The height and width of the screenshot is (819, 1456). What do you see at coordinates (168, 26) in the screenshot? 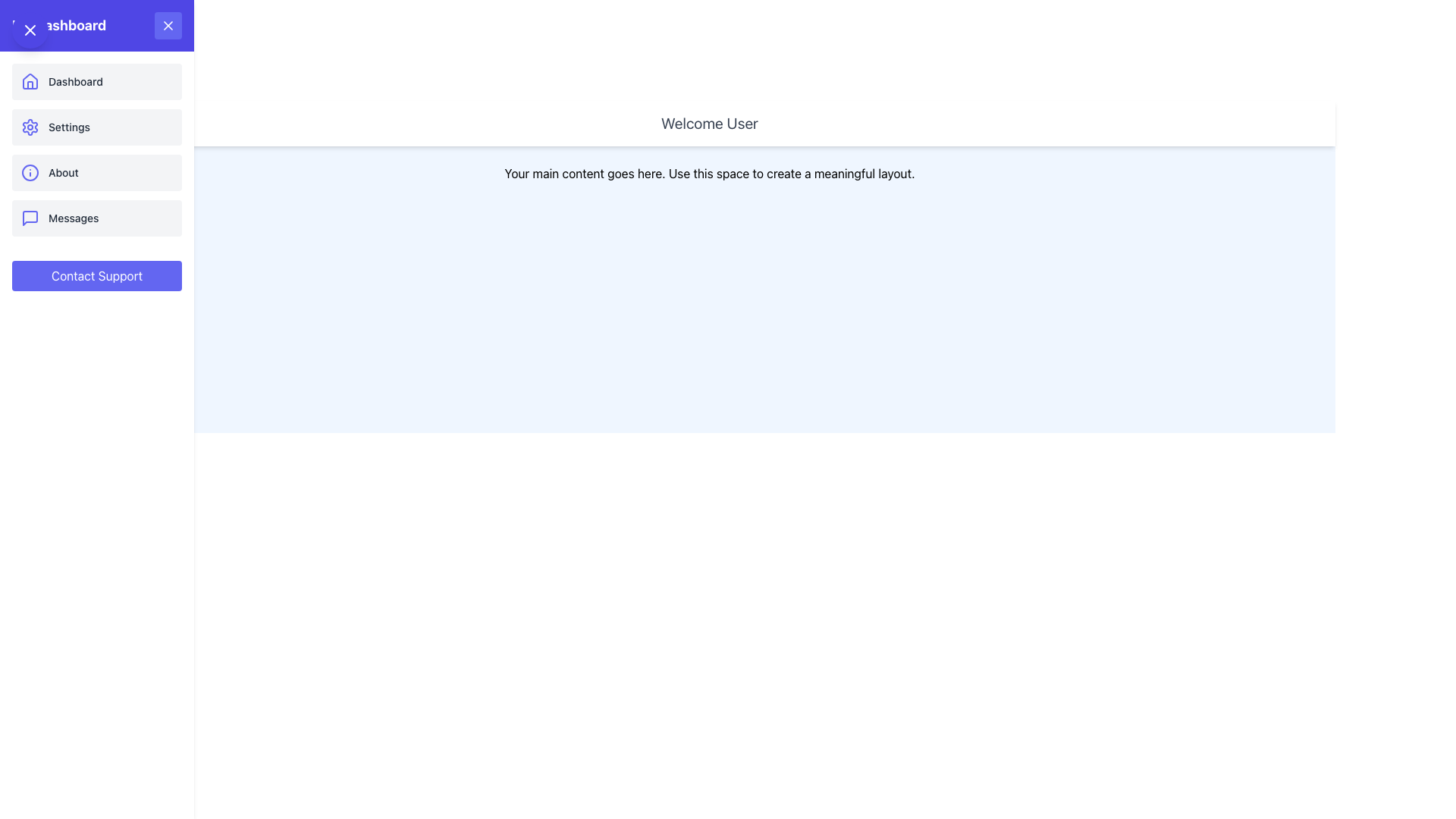
I see `the close button located in the top-right corner of the left sidebar, positioned to the right of the 'Dashboard' text label` at bounding box center [168, 26].